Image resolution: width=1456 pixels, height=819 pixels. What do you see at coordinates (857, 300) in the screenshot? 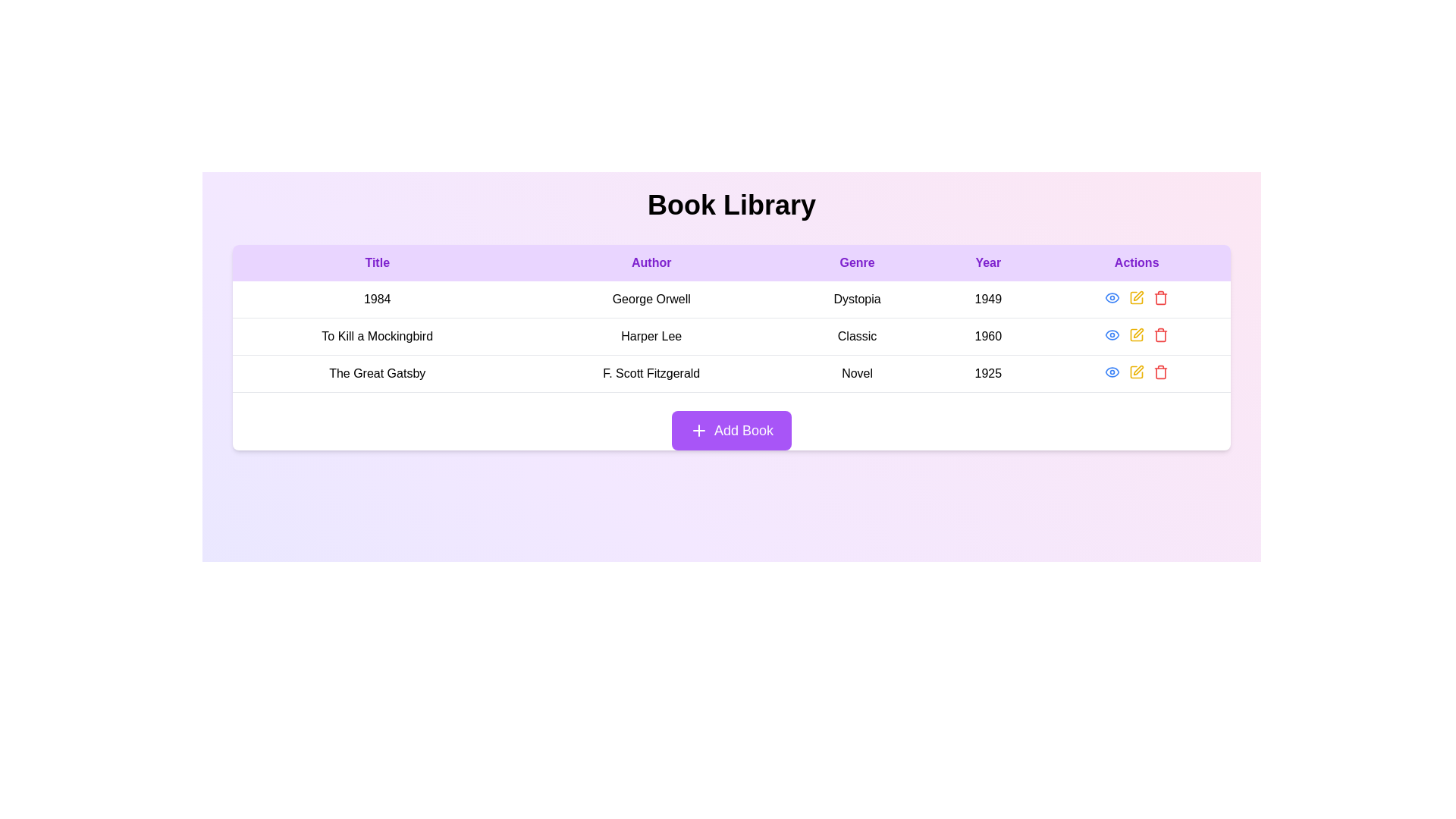
I see `the Text label displaying the genre of the book '1984', located in the first row of the book listing table, adjacent to 'George Orwell' in the 'Author' column and '1949' in the 'Year' column` at bounding box center [857, 300].